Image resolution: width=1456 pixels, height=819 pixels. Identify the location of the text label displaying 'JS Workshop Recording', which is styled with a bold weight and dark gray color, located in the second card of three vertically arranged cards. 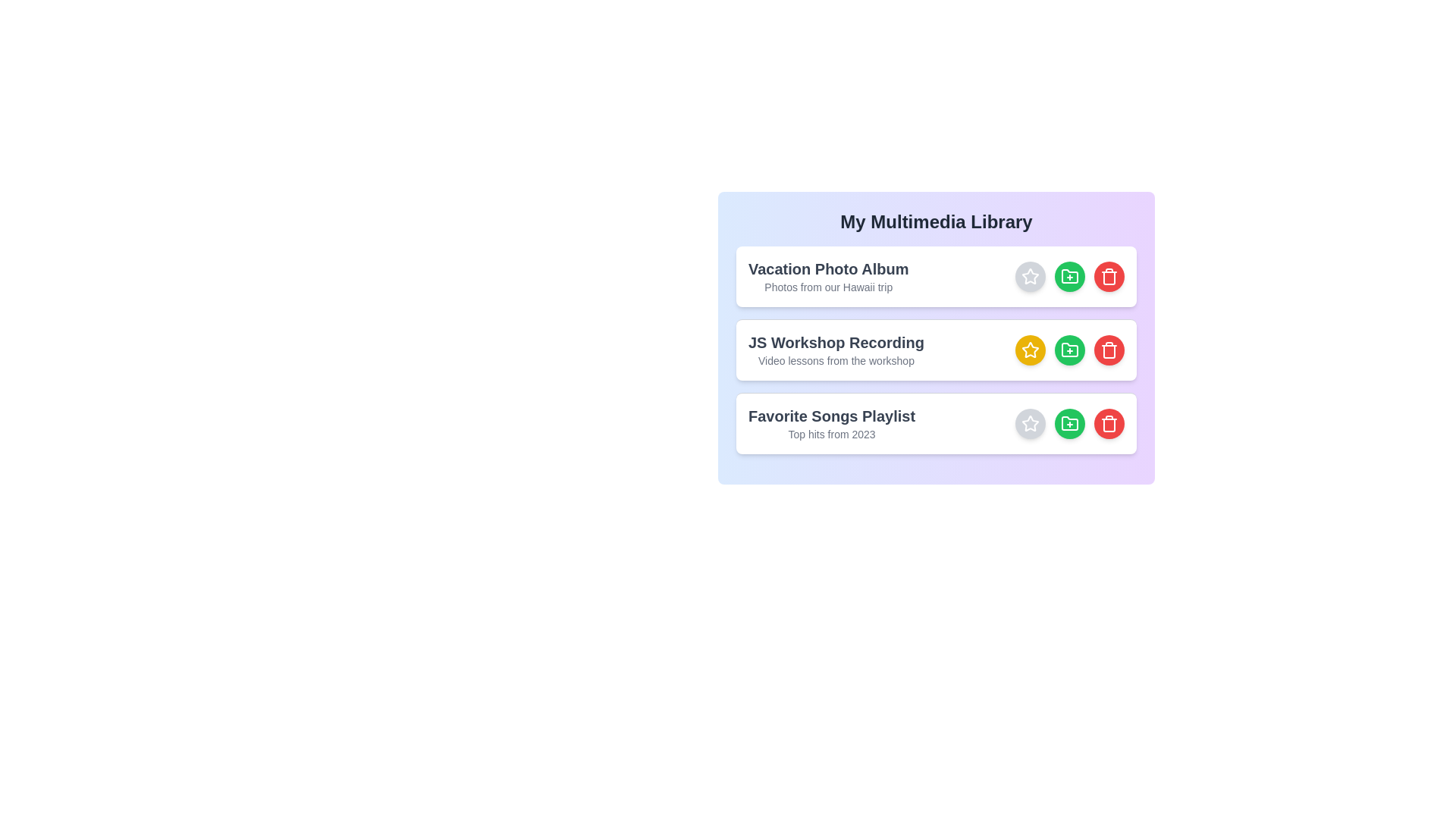
(836, 342).